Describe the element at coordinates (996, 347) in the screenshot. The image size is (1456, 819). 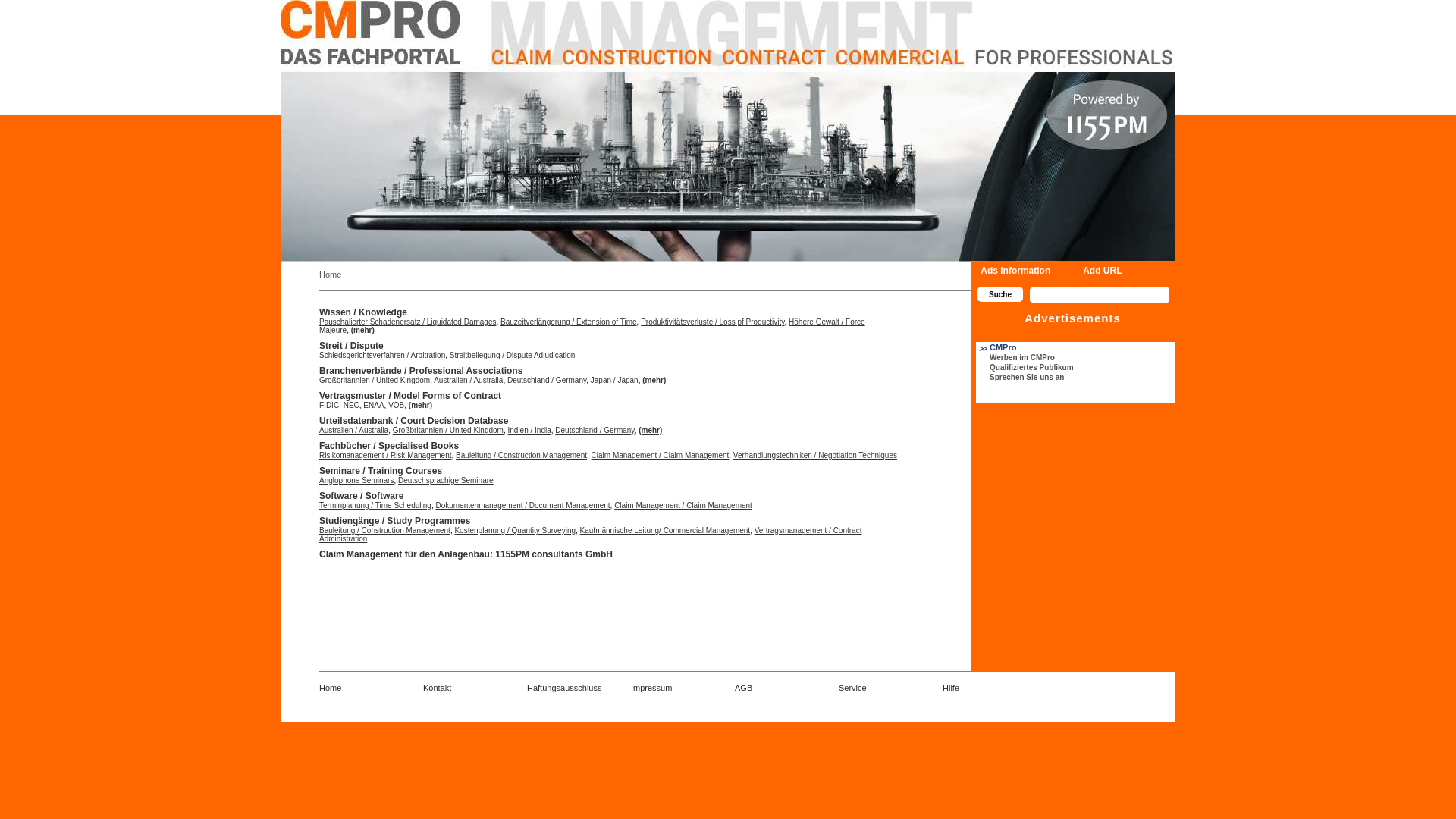
I see `'CMPro'` at that location.